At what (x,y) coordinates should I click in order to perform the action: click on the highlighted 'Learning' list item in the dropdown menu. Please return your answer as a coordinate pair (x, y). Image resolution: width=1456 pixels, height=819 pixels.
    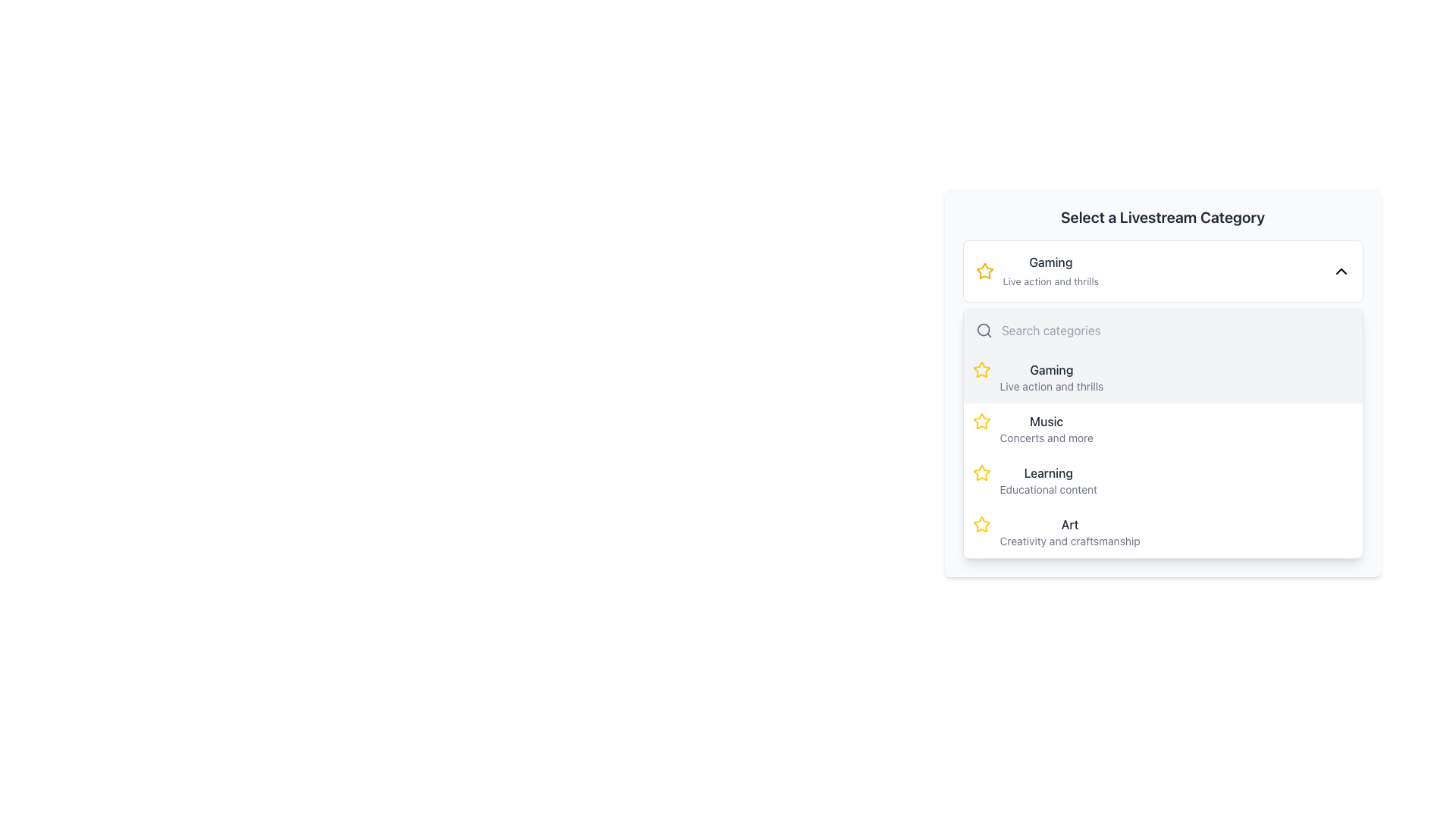
    Looking at the image, I should click on (1162, 454).